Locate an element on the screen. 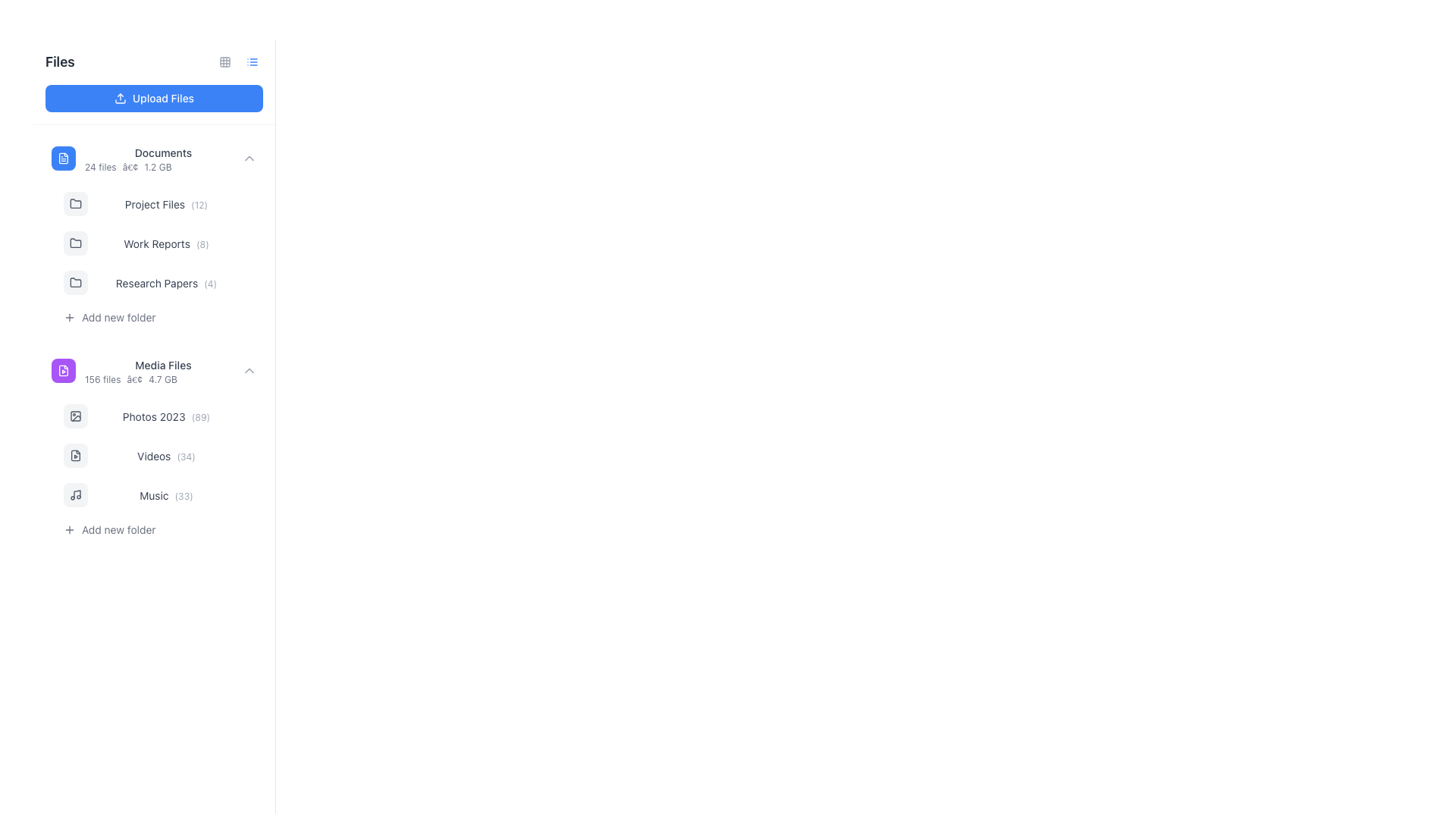  the small blue icon representing a list view, consisting of three stacked horizontal lines, located near the top-right of the user interface for additional options is located at coordinates (252, 61).